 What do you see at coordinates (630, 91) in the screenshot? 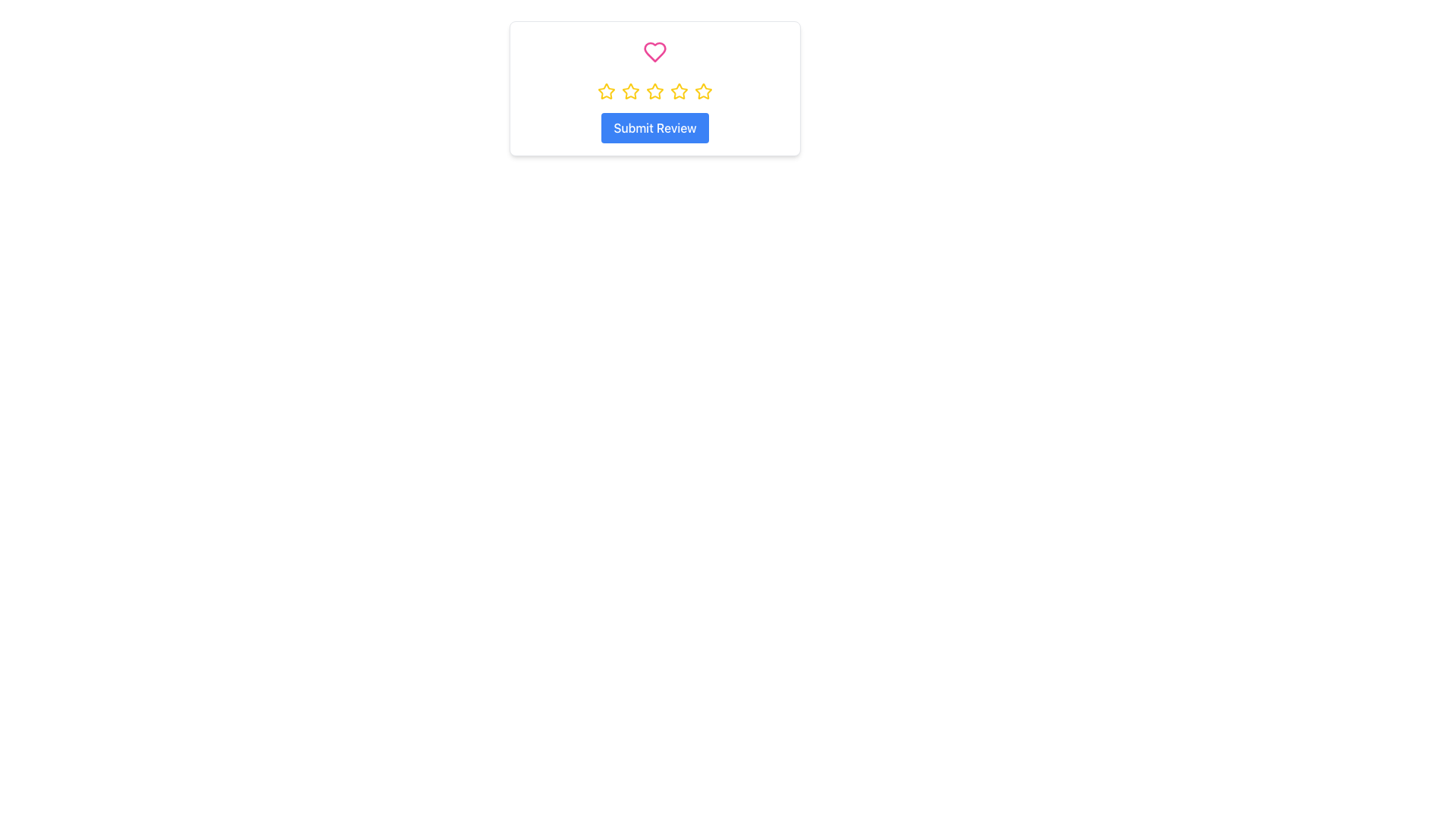
I see `the third yellow star icon in the rating feature` at bounding box center [630, 91].